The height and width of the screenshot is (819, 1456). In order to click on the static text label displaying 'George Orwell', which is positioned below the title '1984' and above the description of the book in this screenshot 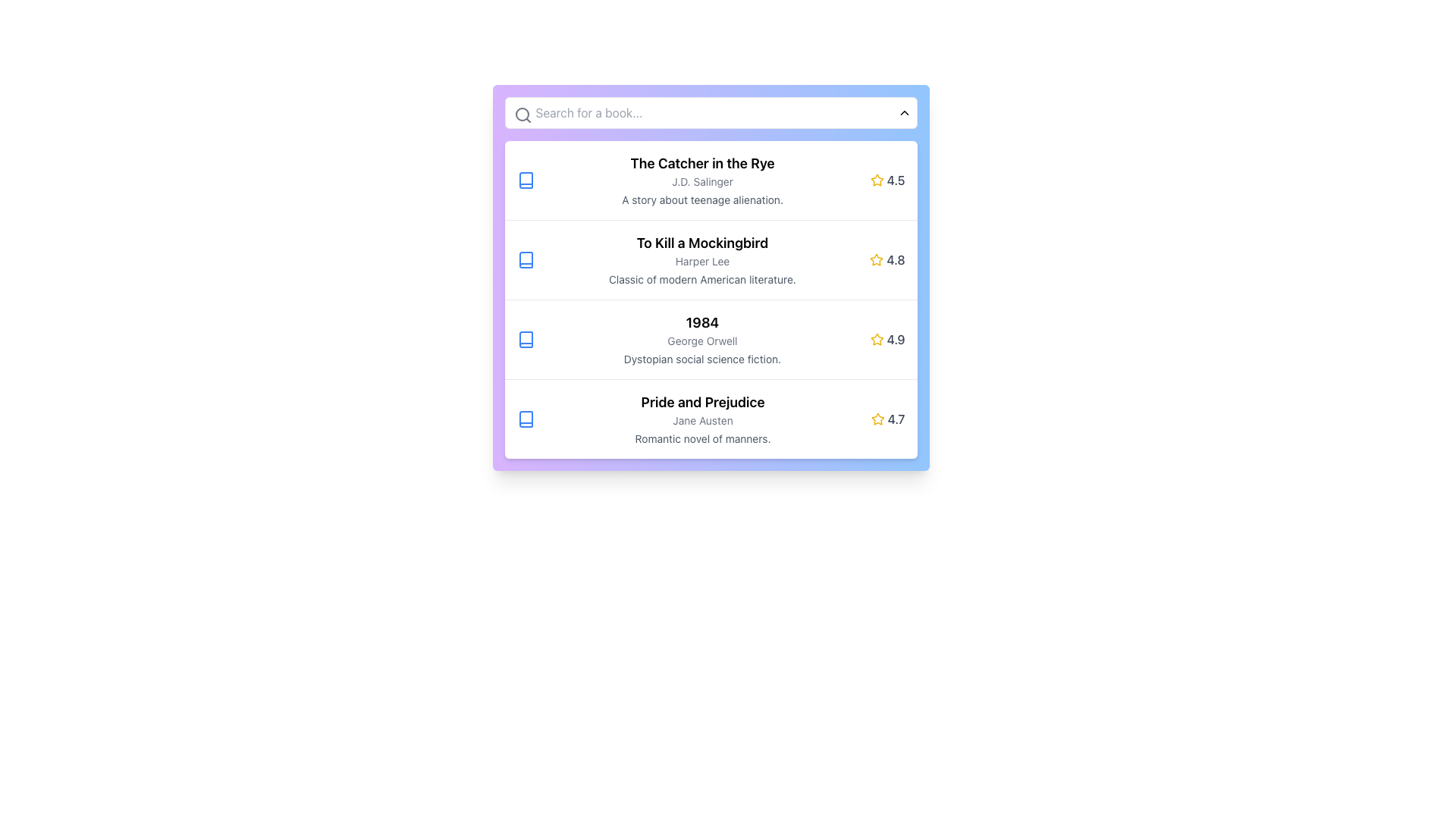, I will do `click(701, 341)`.